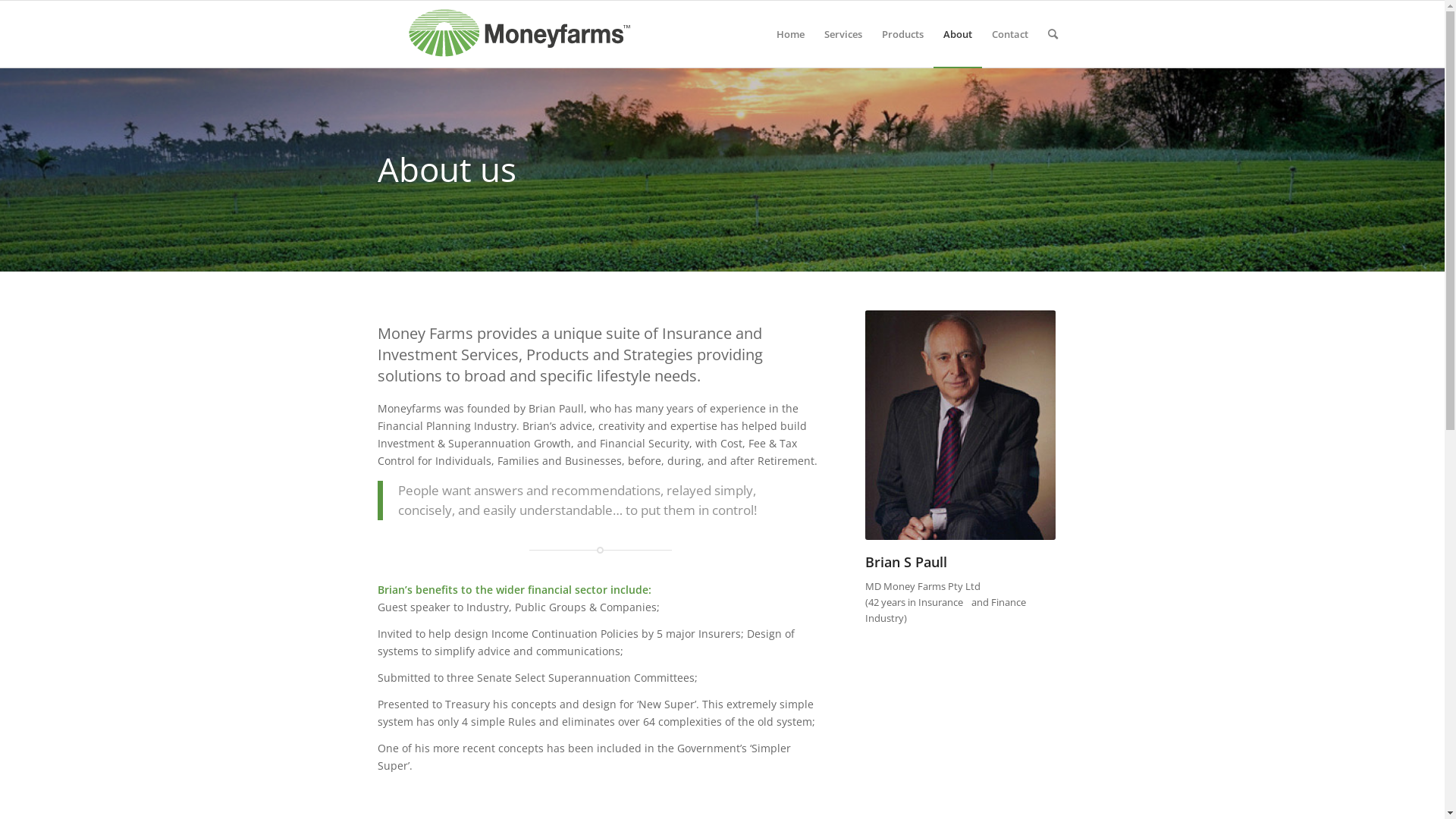 This screenshot has height=819, width=1456. Describe the element at coordinates (521, 32) in the screenshot. I see `'mf_logo2015'` at that location.